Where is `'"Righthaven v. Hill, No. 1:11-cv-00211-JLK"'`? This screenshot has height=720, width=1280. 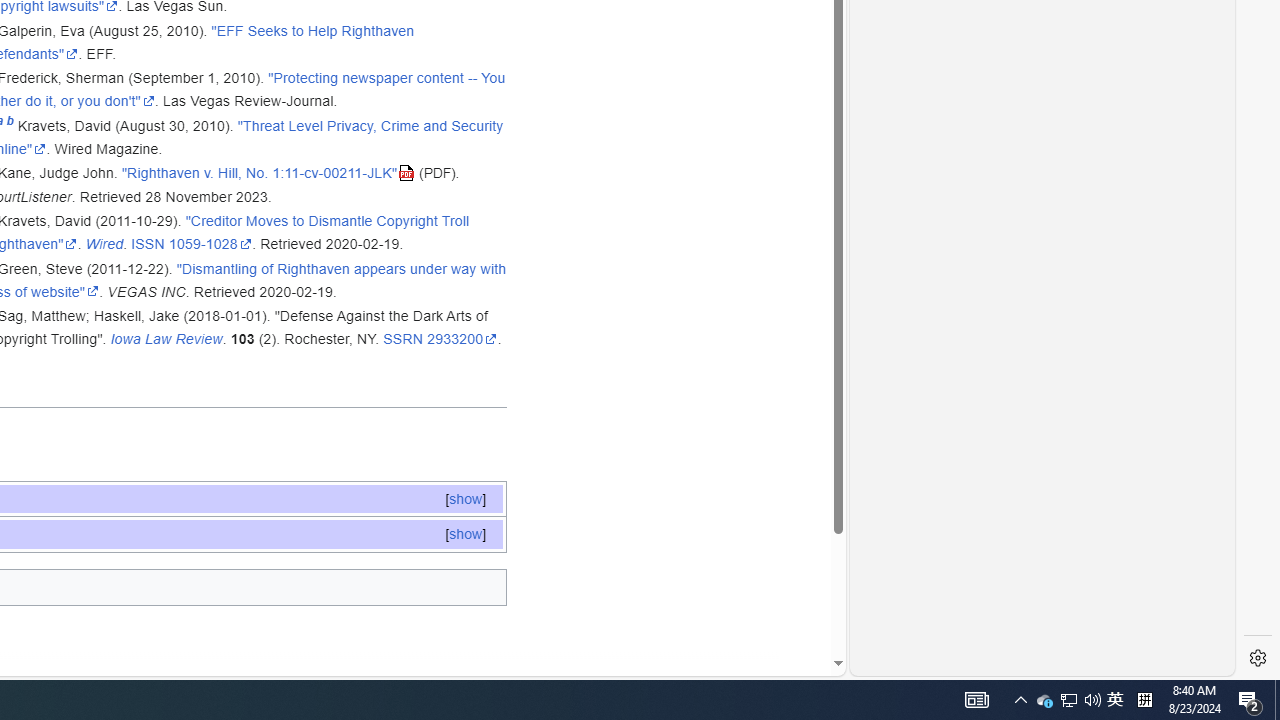
'"Righthaven v. Hill, No. 1:11-cv-00211-JLK"' is located at coordinates (267, 172).